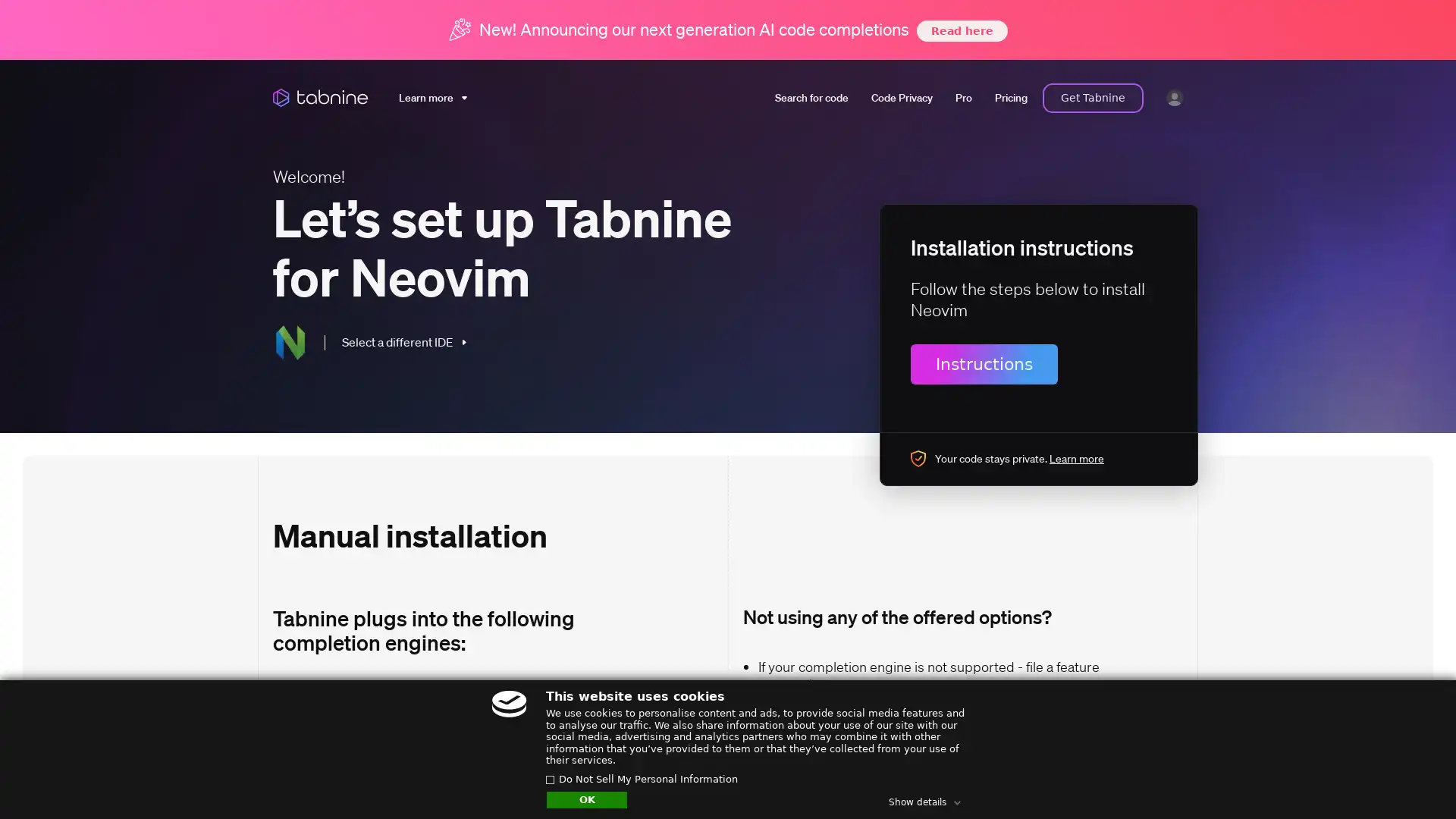  Describe the element at coordinates (1376, 761) in the screenshot. I see `Dismiss Message` at that location.